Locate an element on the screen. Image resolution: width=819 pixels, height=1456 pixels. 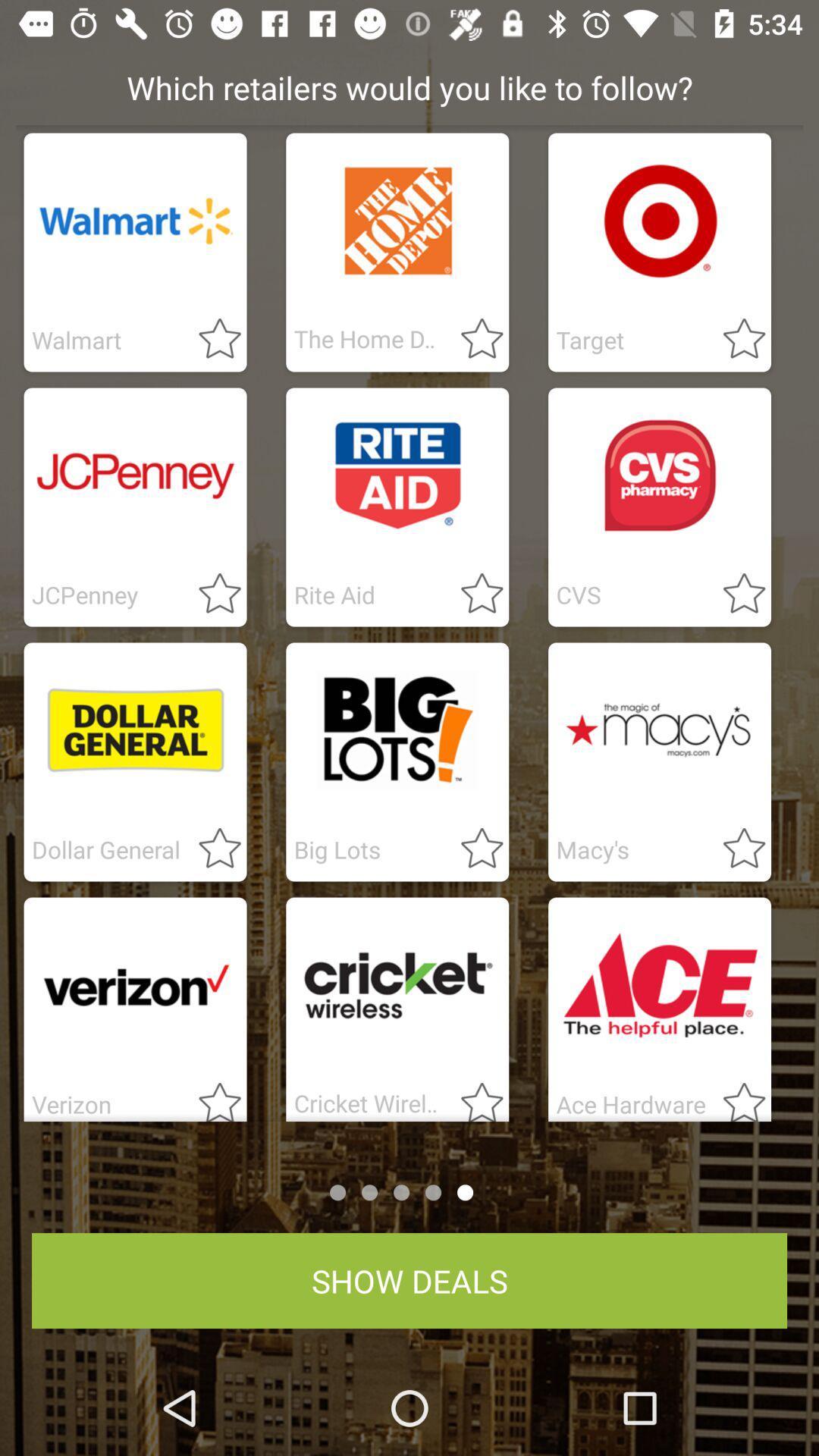
mark as favourite is located at coordinates (734, 1097).